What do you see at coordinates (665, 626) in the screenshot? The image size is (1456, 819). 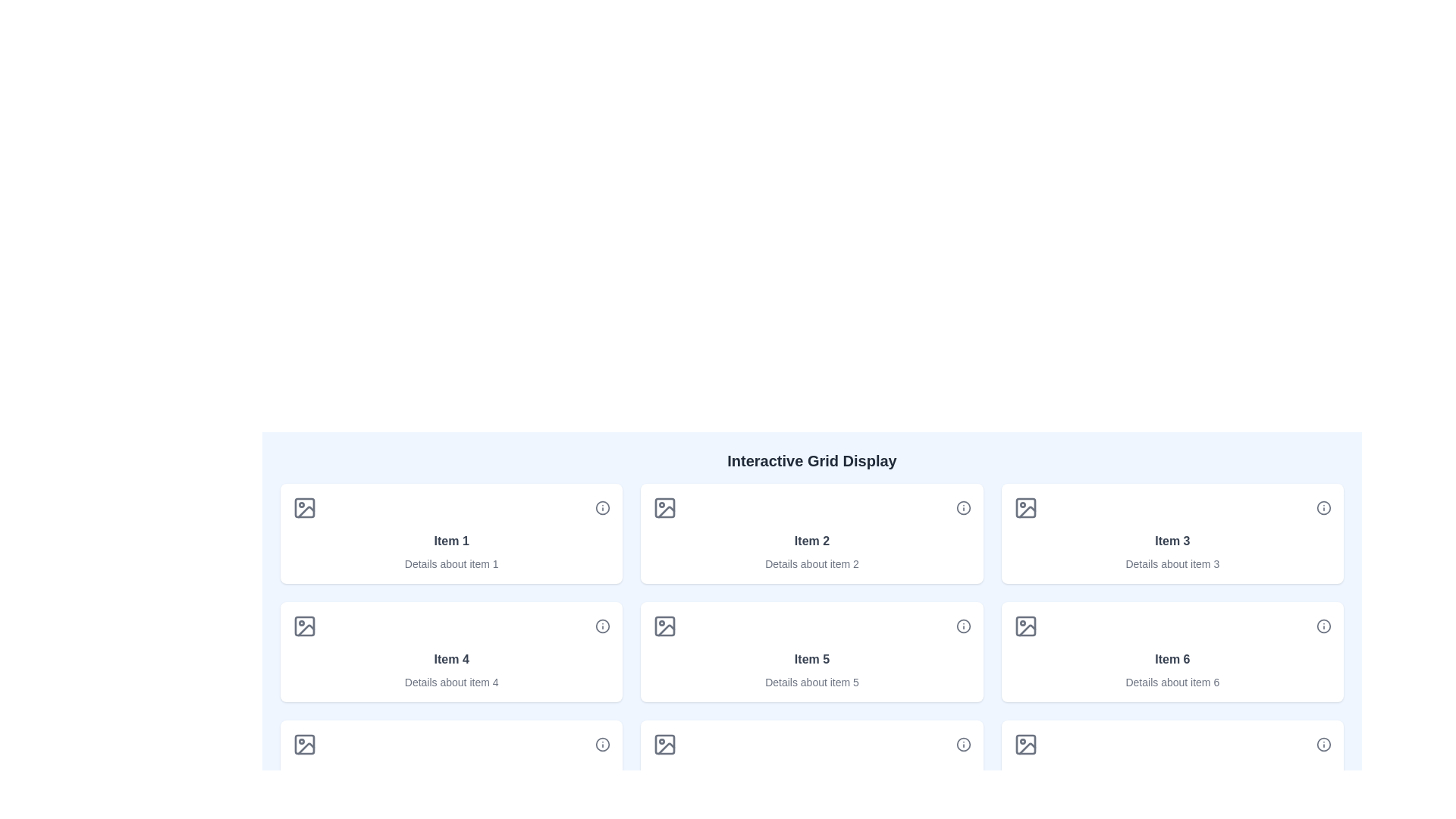 I see `the square-shaped image icon with rounded corners located in the top-left corner of the fifth item in a 3x2 grid layout` at bounding box center [665, 626].